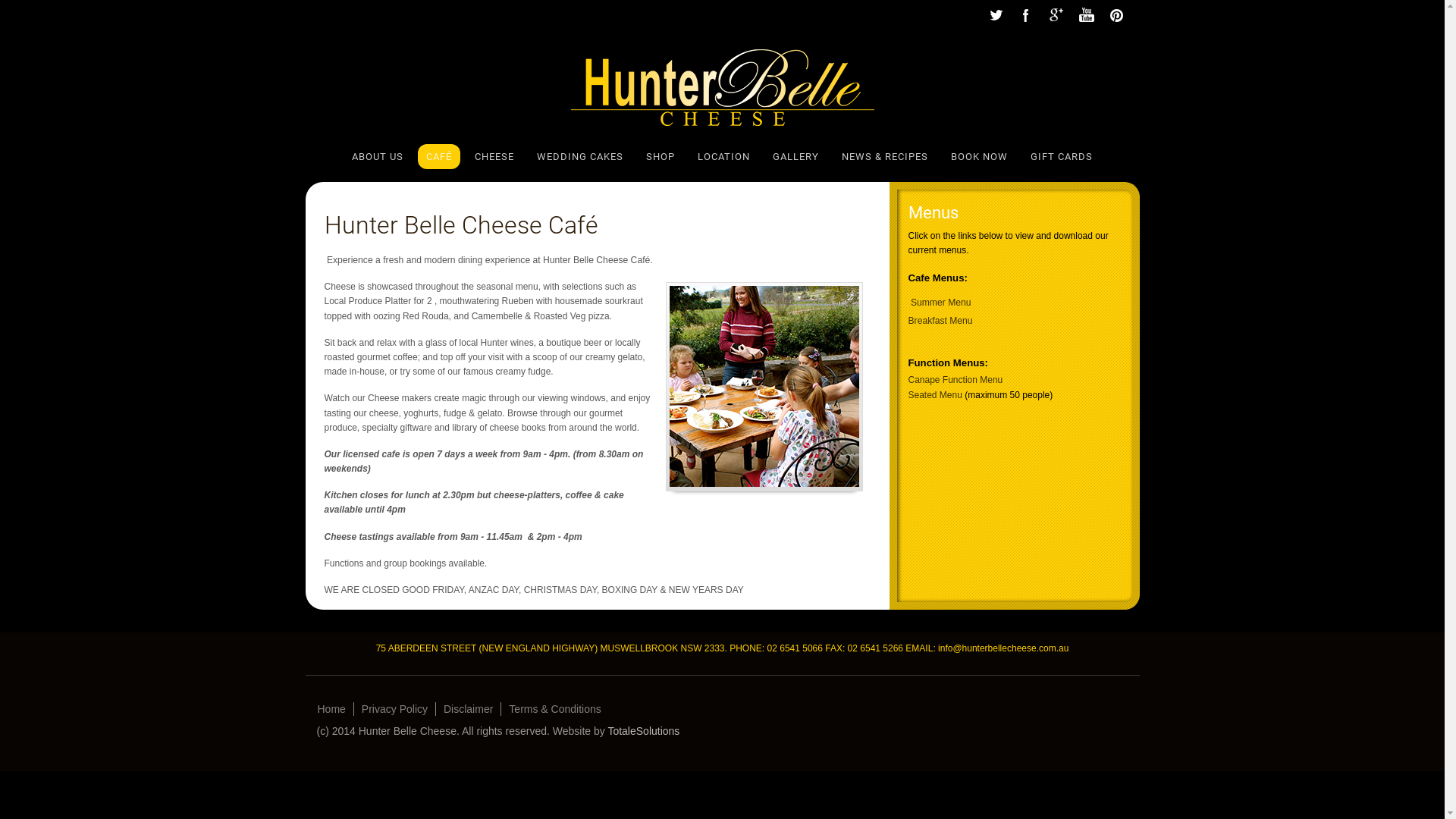  What do you see at coordinates (1084, 15) in the screenshot?
I see `'Youtube'` at bounding box center [1084, 15].